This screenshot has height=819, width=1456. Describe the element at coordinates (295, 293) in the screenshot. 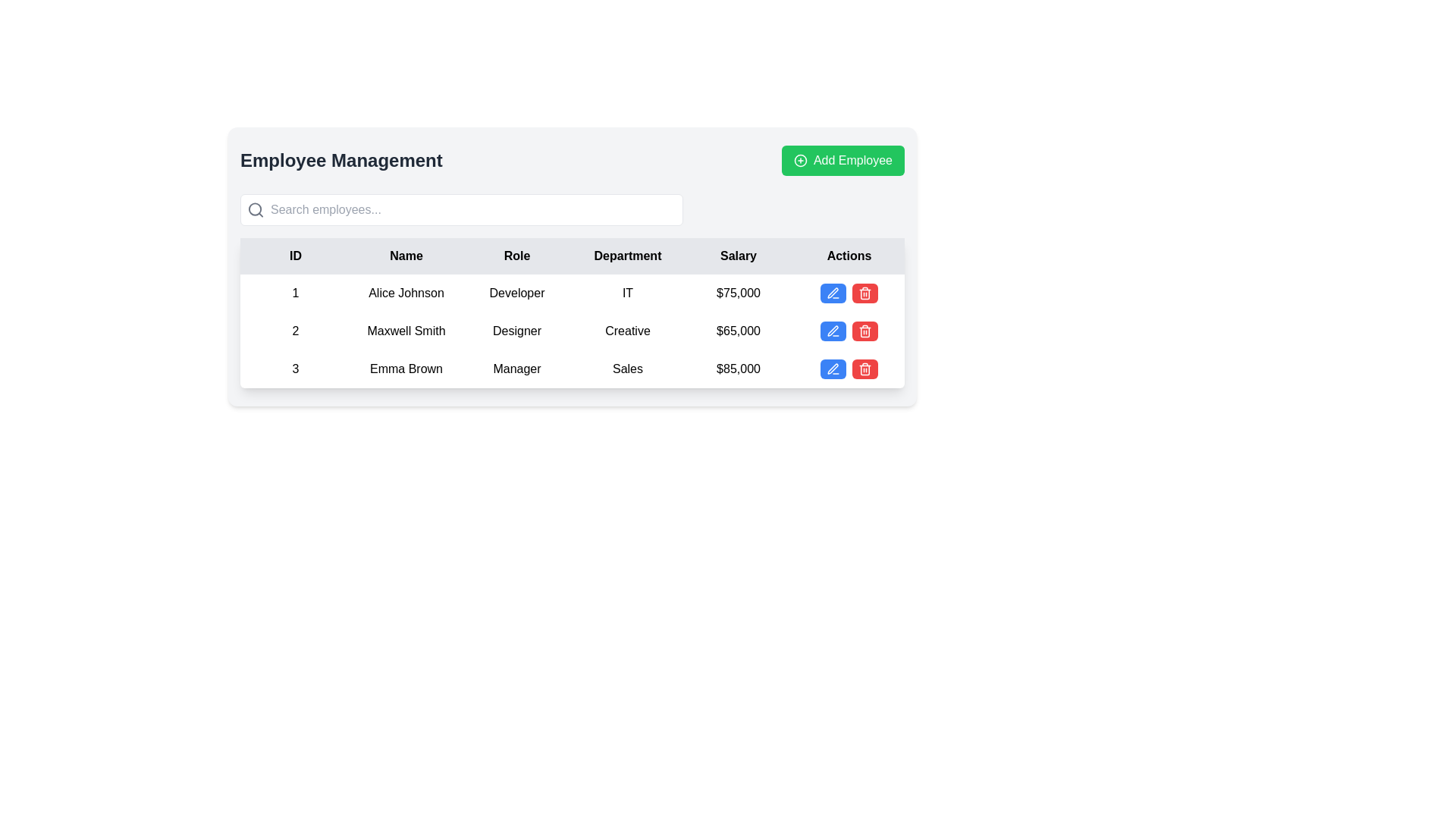

I see `the table cell in the first row under the 'ID' column that denotes the unique identifier for the row, to the left of 'Alice Johnson'` at that location.